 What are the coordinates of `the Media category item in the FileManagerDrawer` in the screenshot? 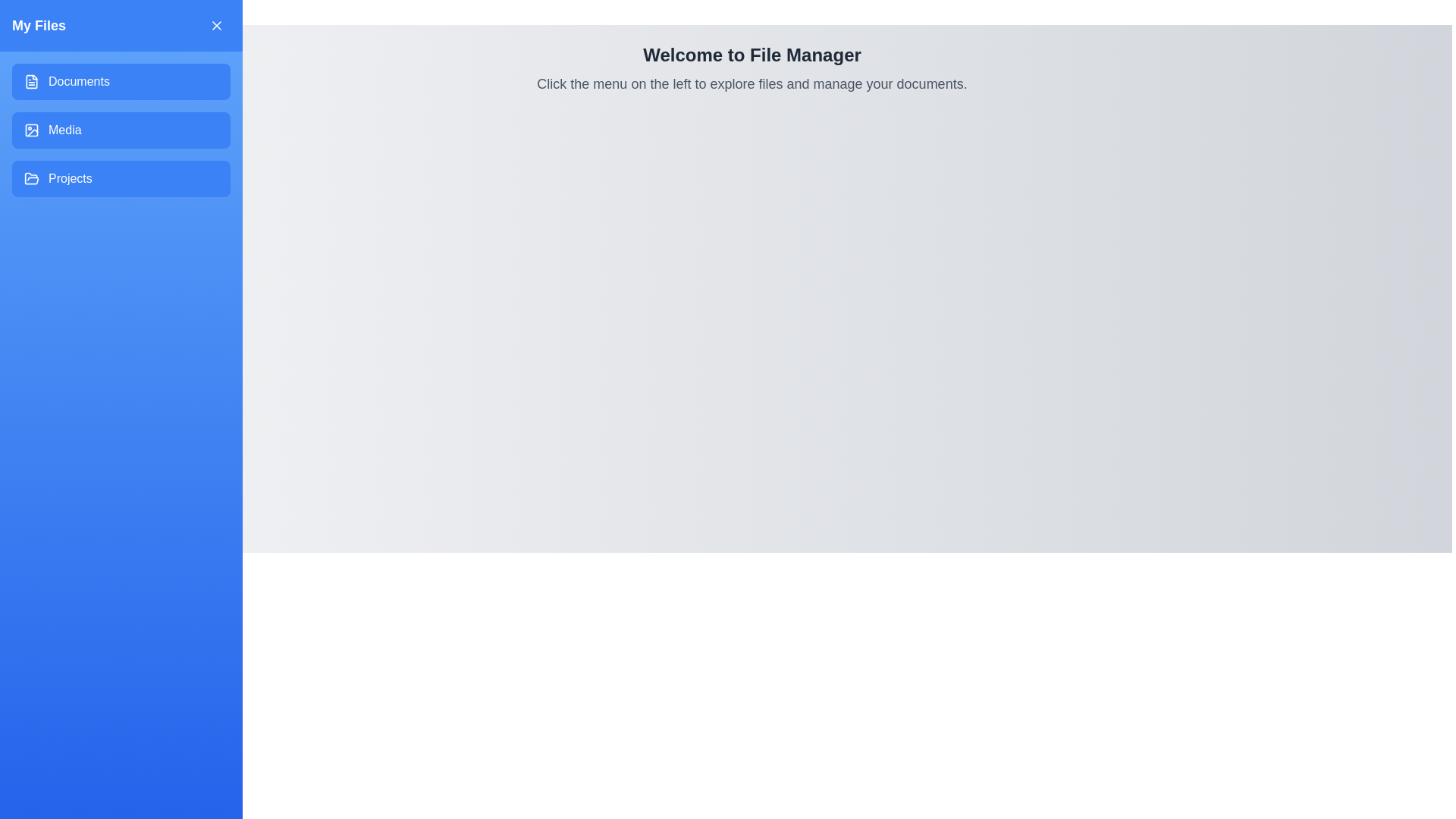 It's located at (120, 130).